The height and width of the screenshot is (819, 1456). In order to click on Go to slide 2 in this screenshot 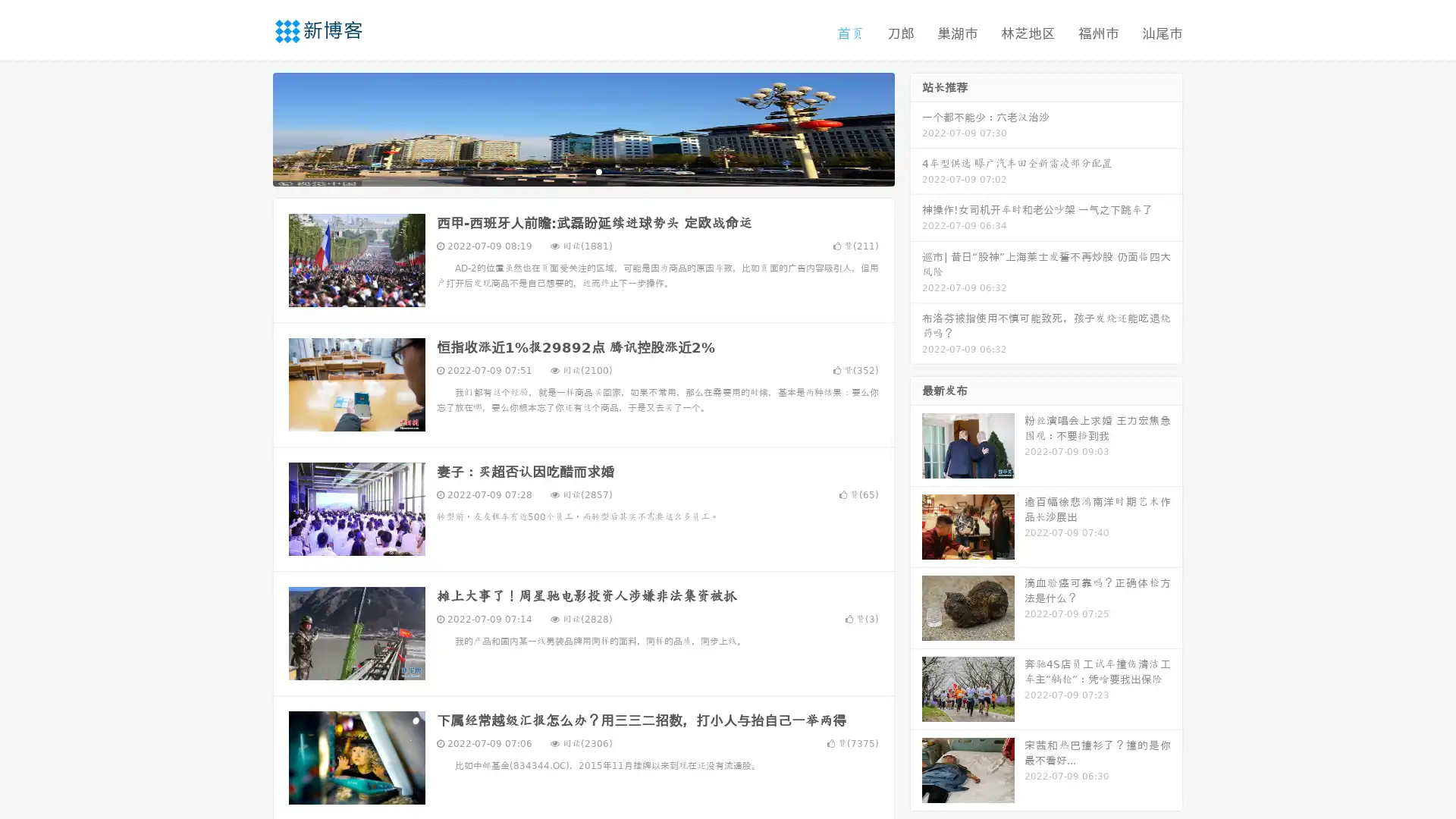, I will do `click(582, 171)`.